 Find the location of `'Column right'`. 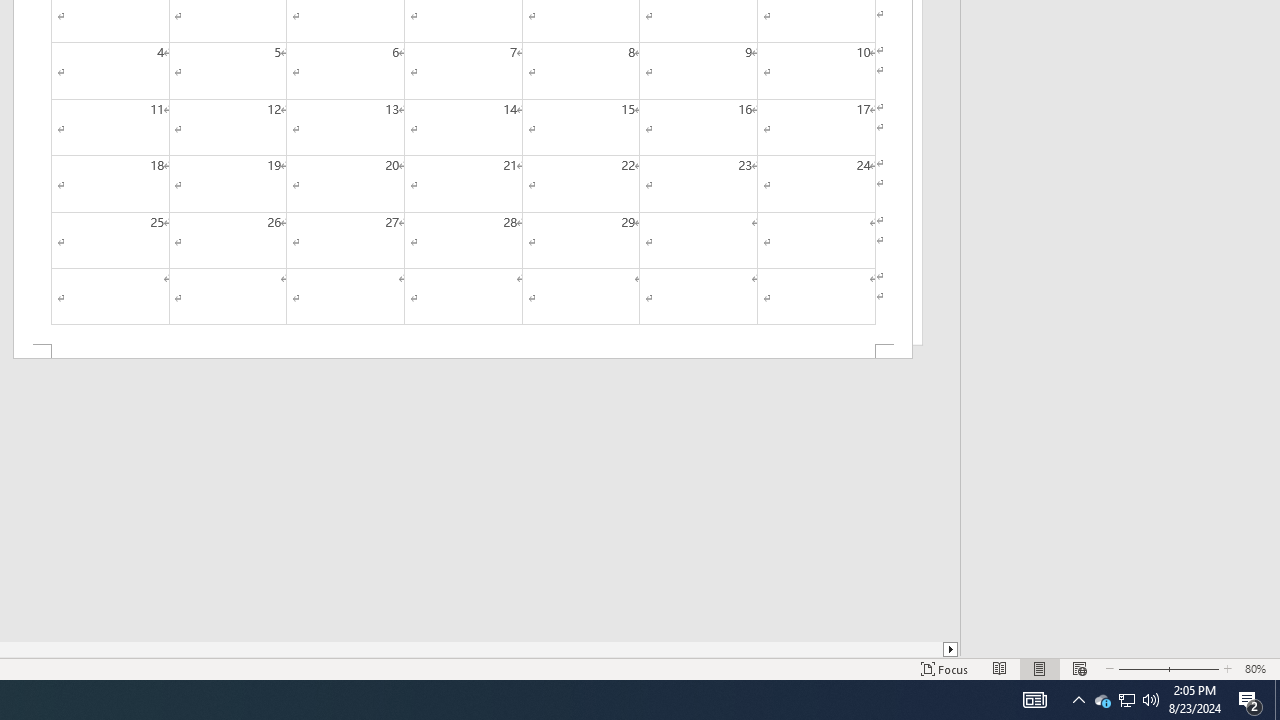

'Column right' is located at coordinates (950, 649).